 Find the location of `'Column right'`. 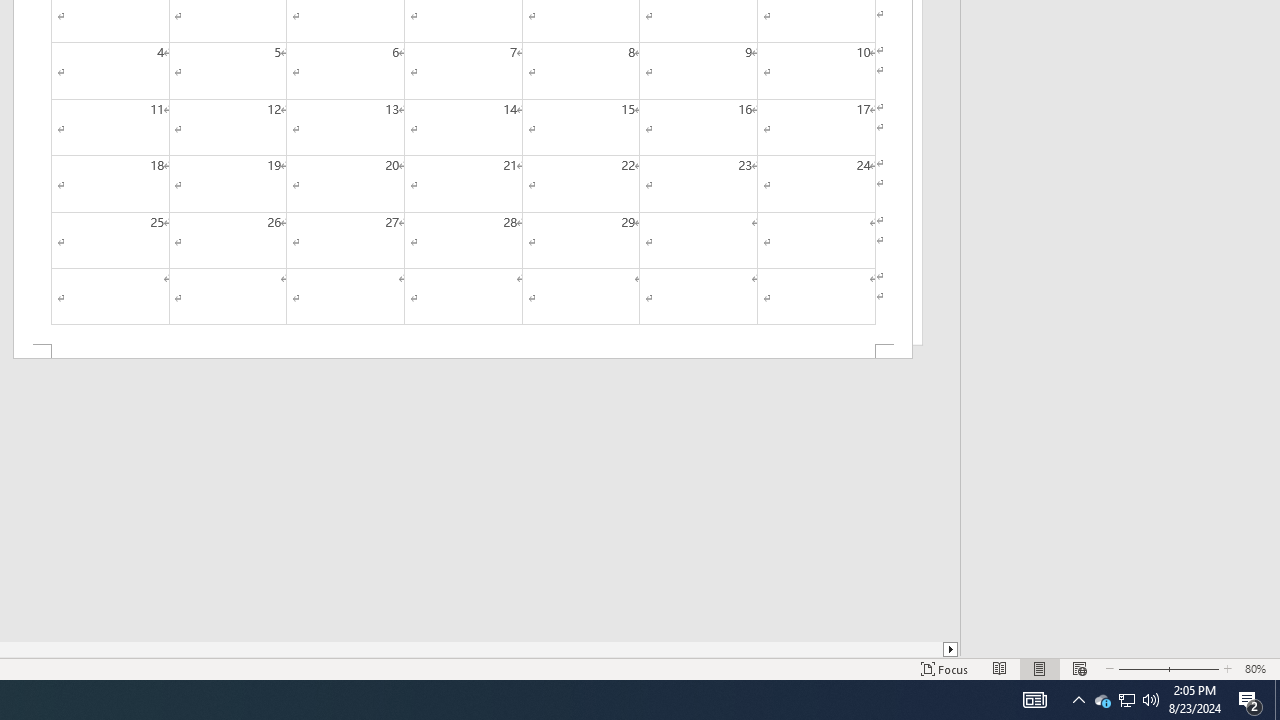

'Column right' is located at coordinates (950, 649).